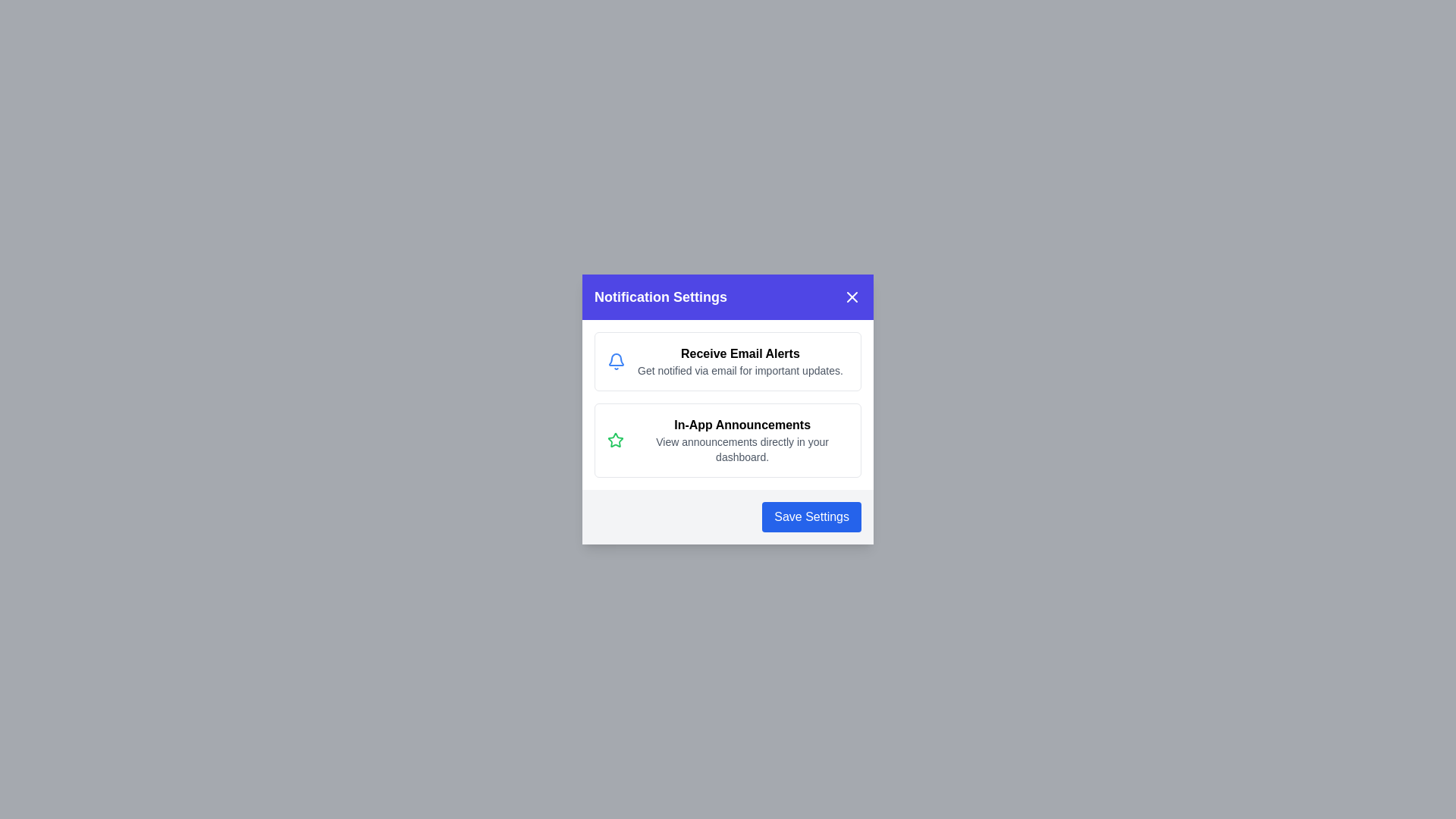 The width and height of the screenshot is (1456, 819). Describe the element at coordinates (852, 297) in the screenshot. I see `the close button in the top-right corner of the dialog` at that location.